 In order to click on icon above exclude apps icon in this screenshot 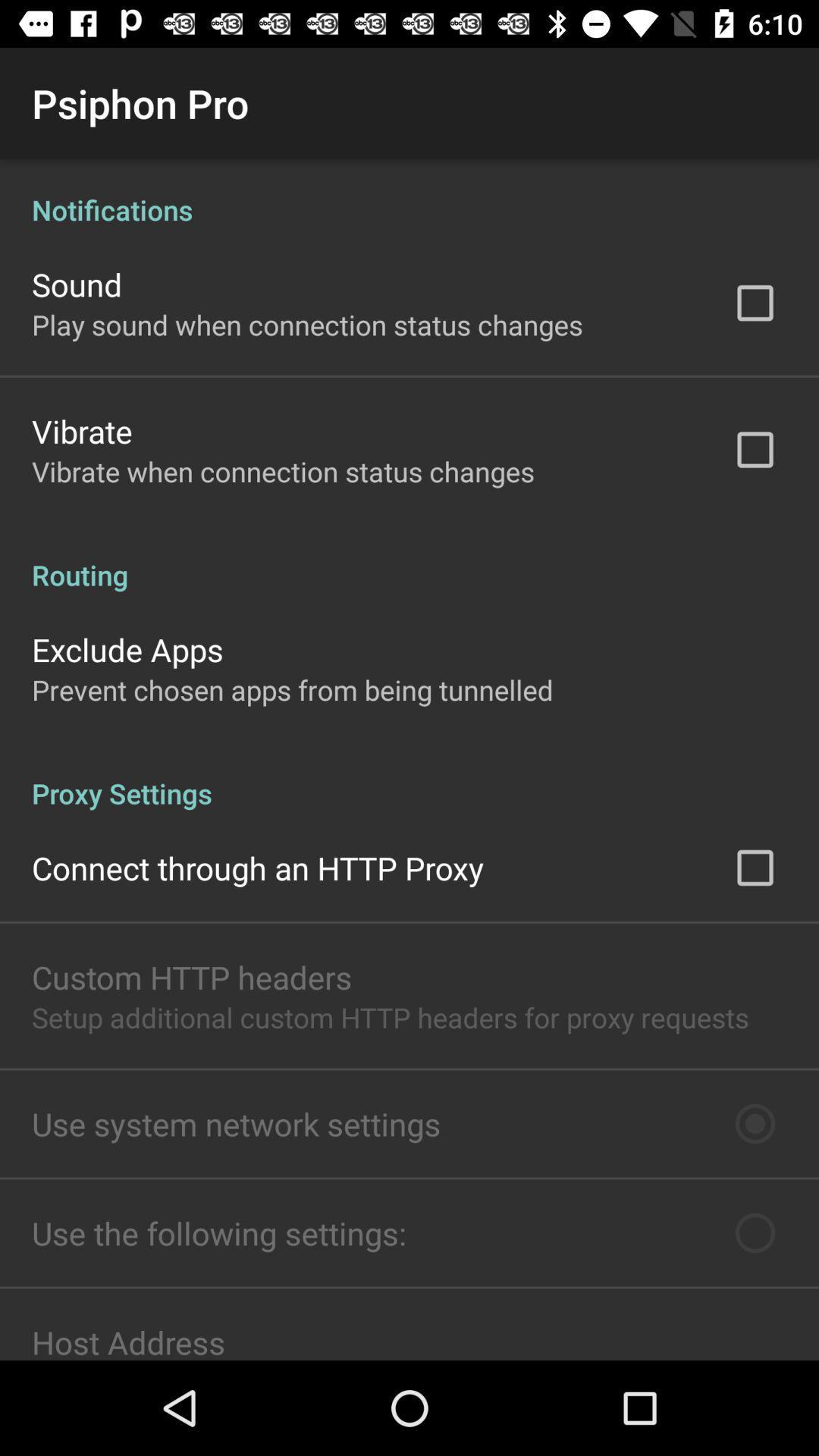, I will do `click(409, 558)`.